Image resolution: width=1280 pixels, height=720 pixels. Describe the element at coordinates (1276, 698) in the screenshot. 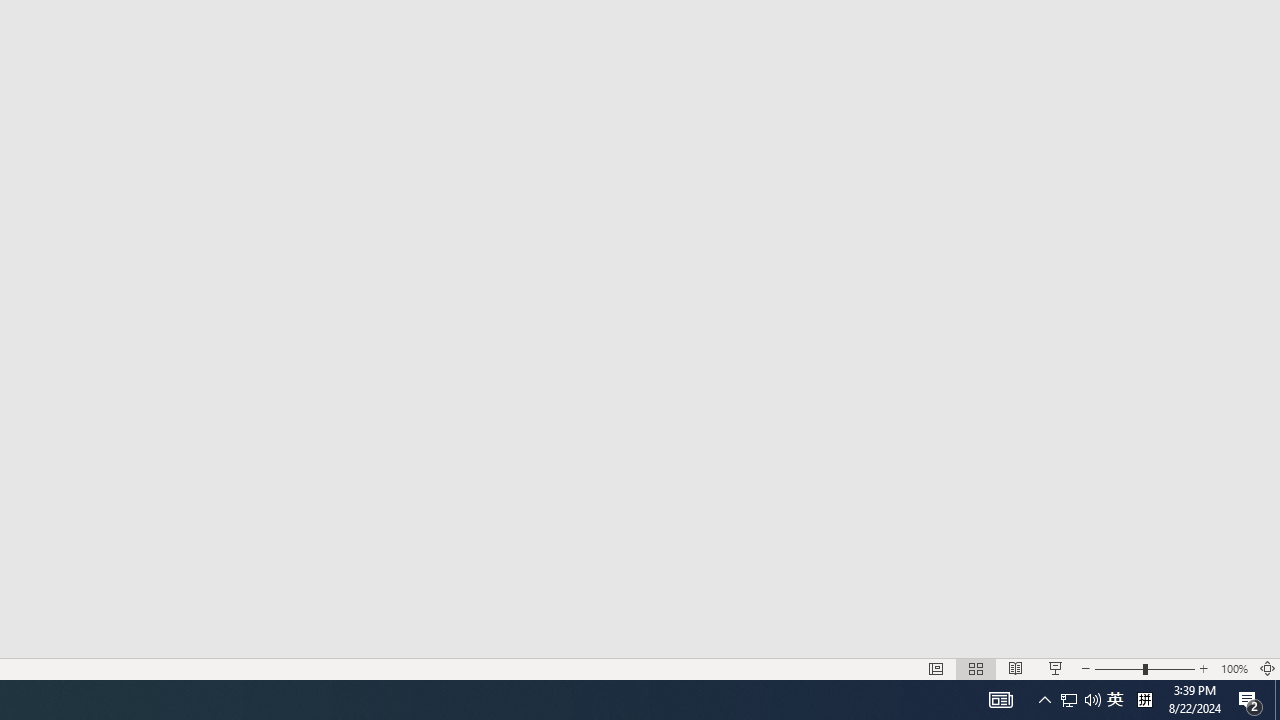

I see `'Zoom to Fit '` at that location.